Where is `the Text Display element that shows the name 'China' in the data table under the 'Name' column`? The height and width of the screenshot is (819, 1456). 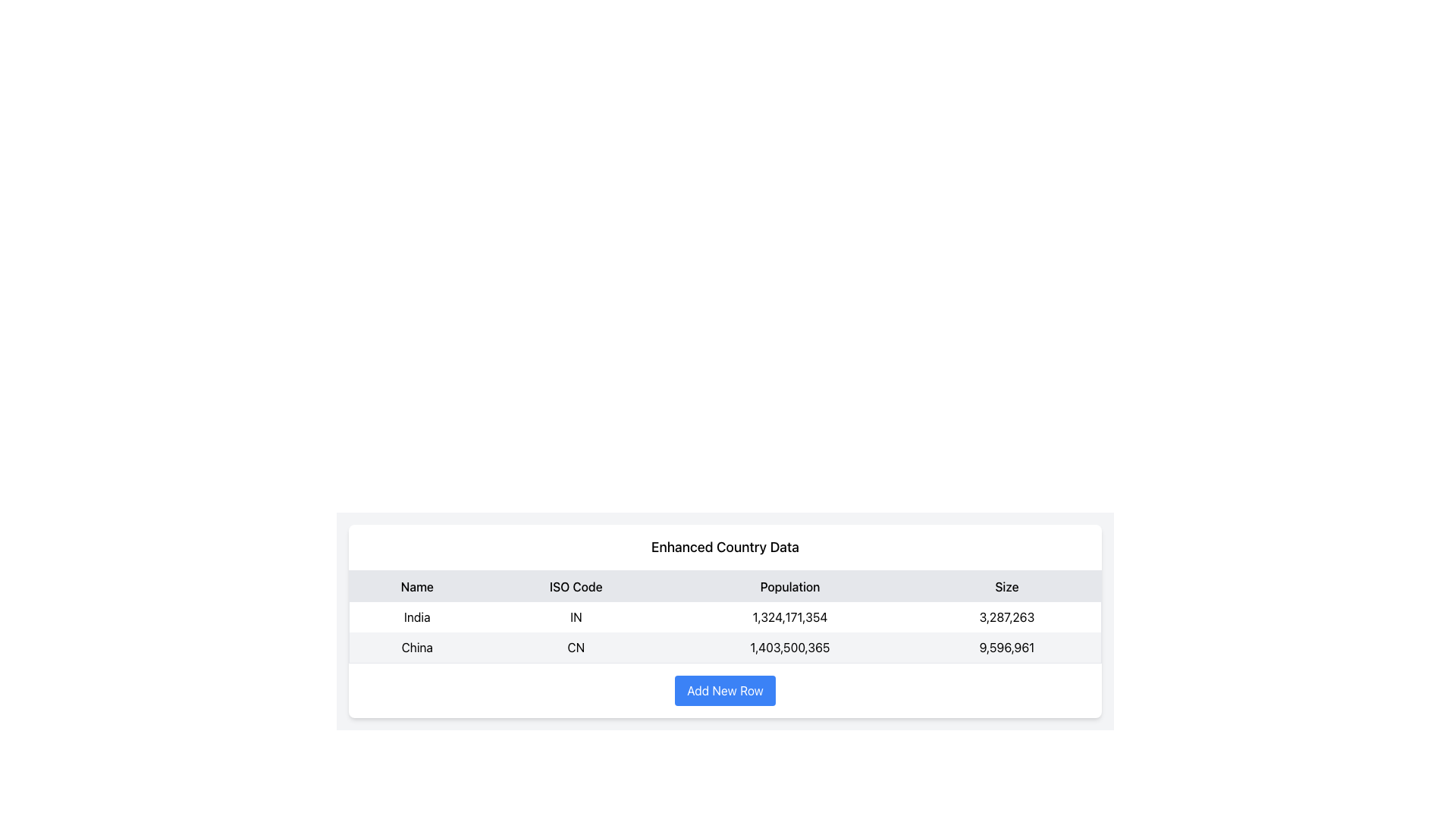
the Text Display element that shows the name 'China' in the data table under the 'Name' column is located at coordinates (417, 648).